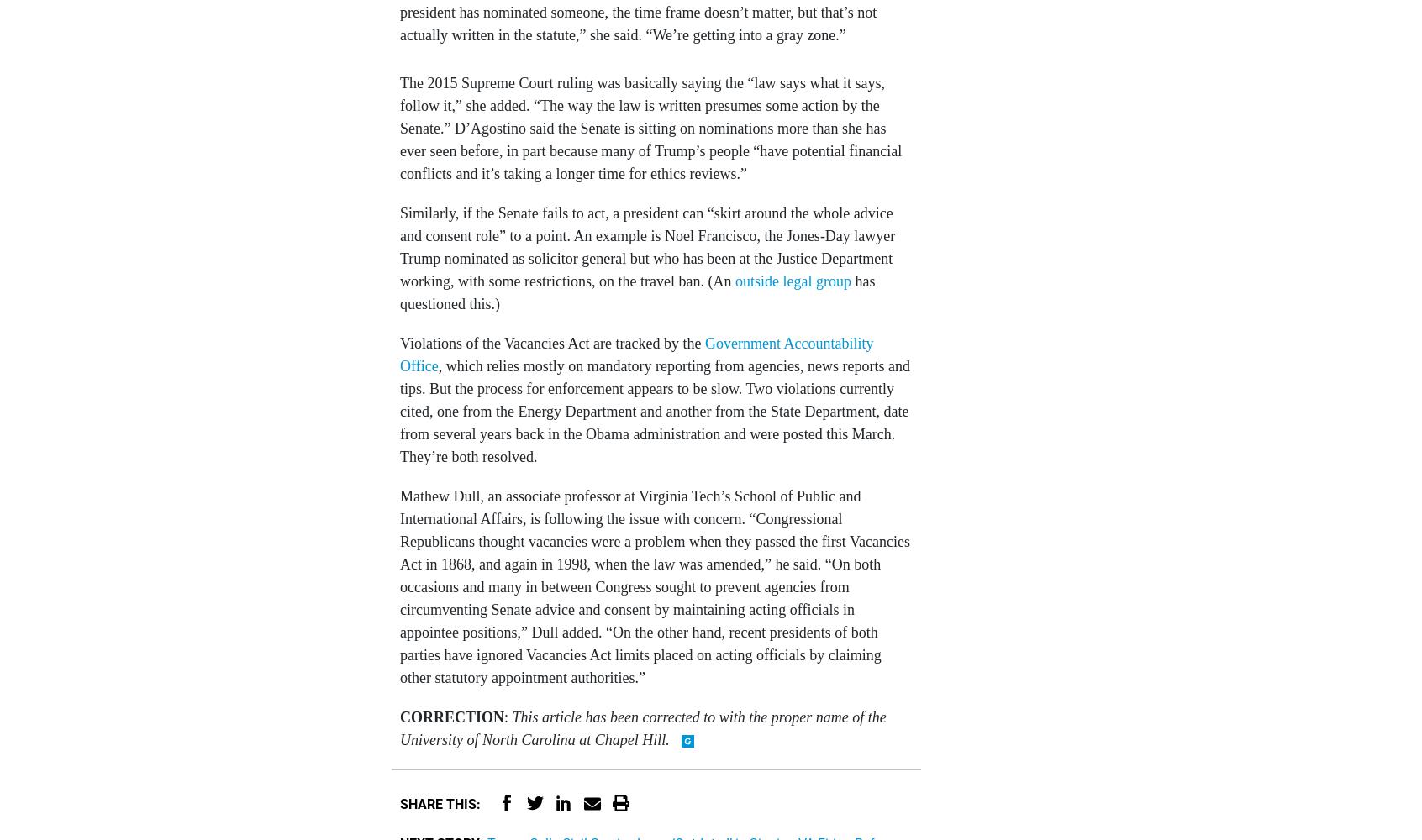 The height and width of the screenshot is (840, 1422). I want to click on 'CORRECTION', so click(452, 716).